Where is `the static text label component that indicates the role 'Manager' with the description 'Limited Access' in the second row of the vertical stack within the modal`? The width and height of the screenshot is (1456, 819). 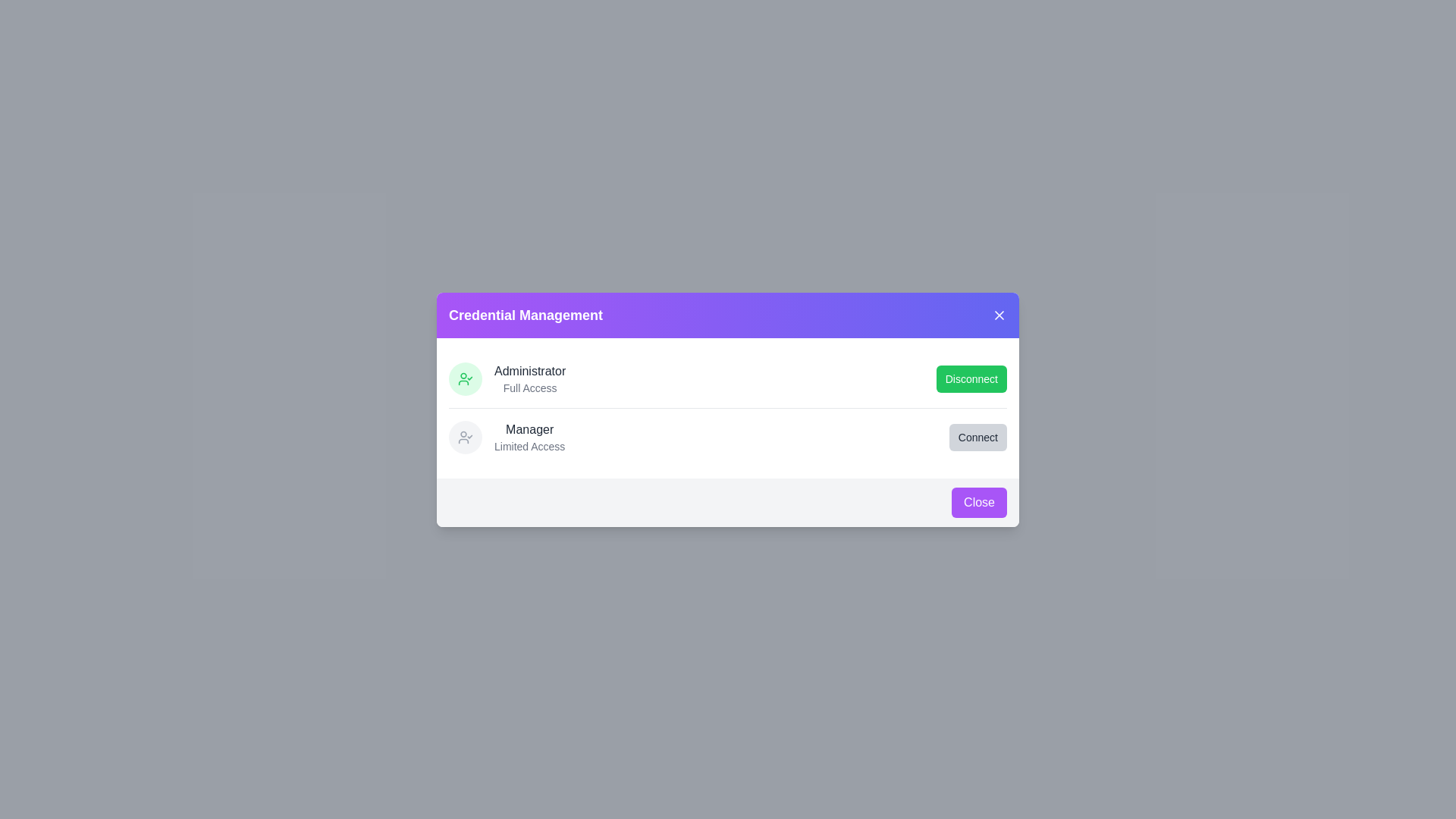
the static text label component that indicates the role 'Manager' with the description 'Limited Access' in the second row of the vertical stack within the modal is located at coordinates (529, 437).